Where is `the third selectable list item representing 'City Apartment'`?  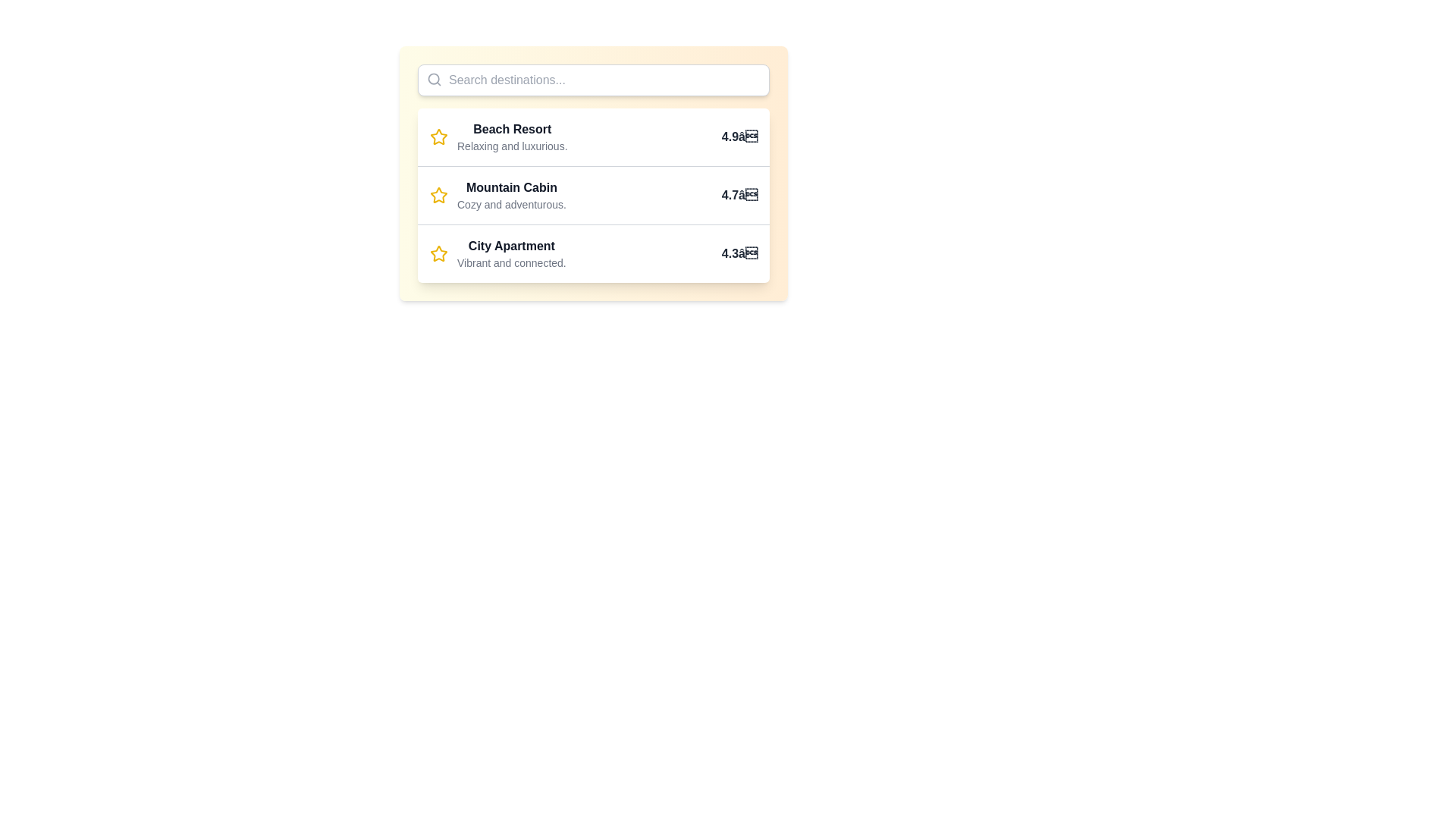
the third selectable list item representing 'City Apartment' is located at coordinates (592, 253).